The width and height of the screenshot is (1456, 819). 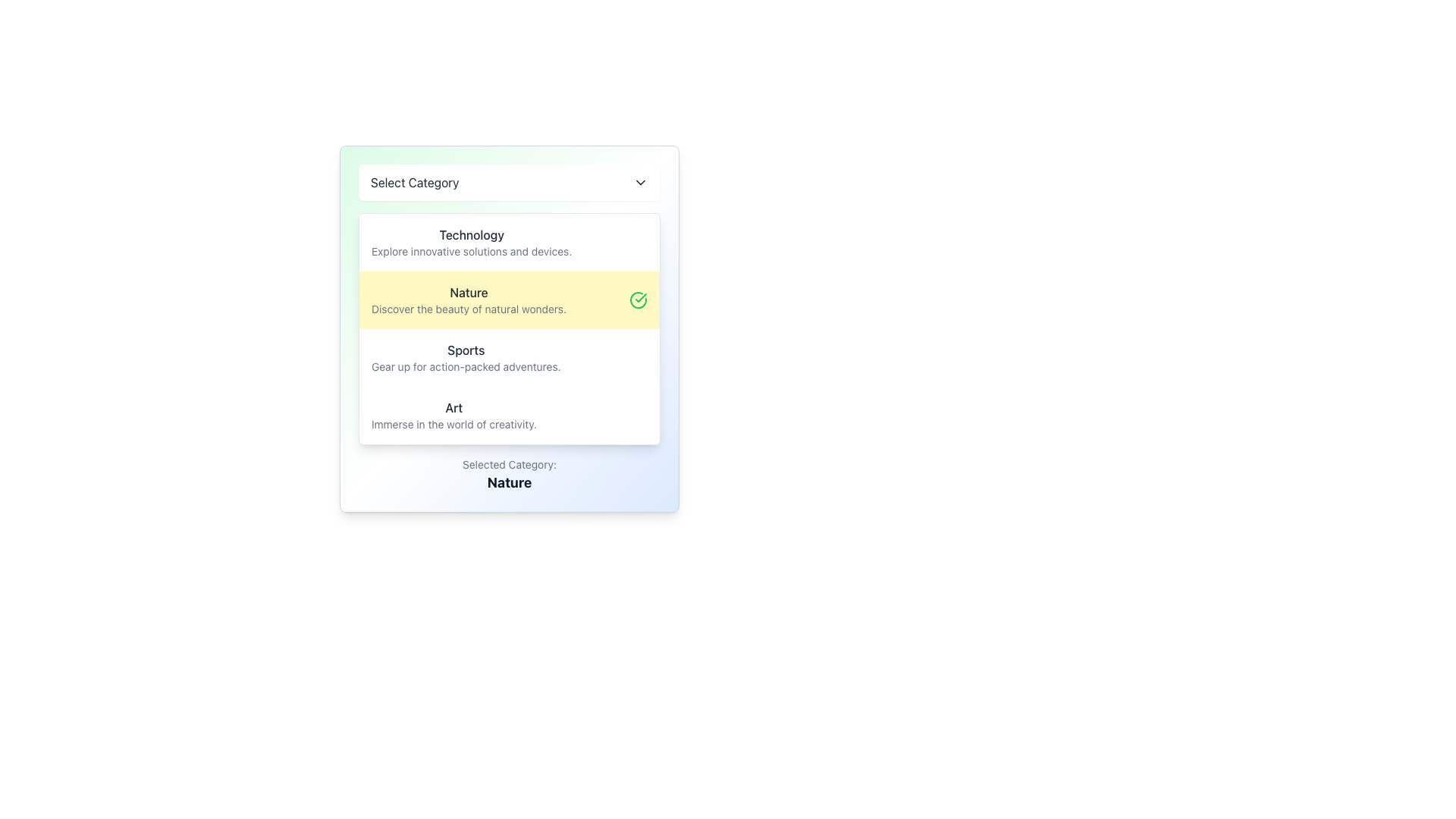 I want to click on the bold text label reading 'Nature', which is styled prominently in black and located below the text 'Selected Category:' in the modal, so click(x=510, y=482).